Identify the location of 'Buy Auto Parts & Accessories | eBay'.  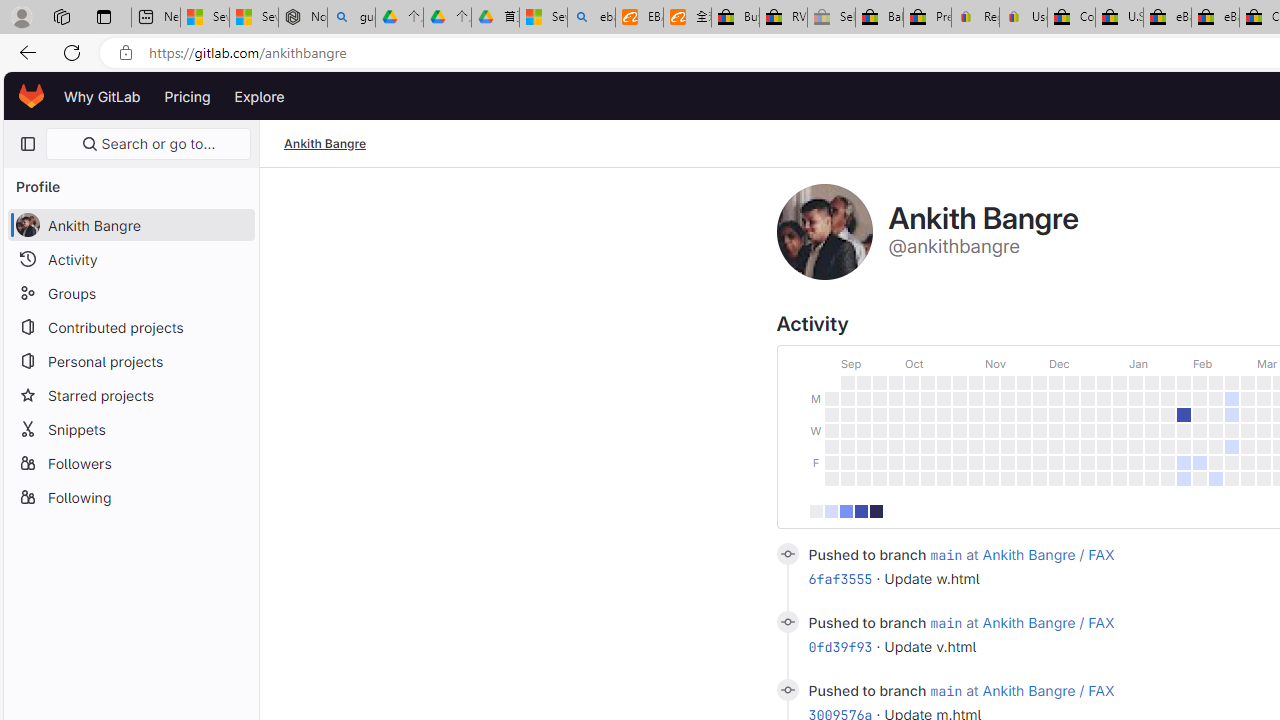
(734, 17).